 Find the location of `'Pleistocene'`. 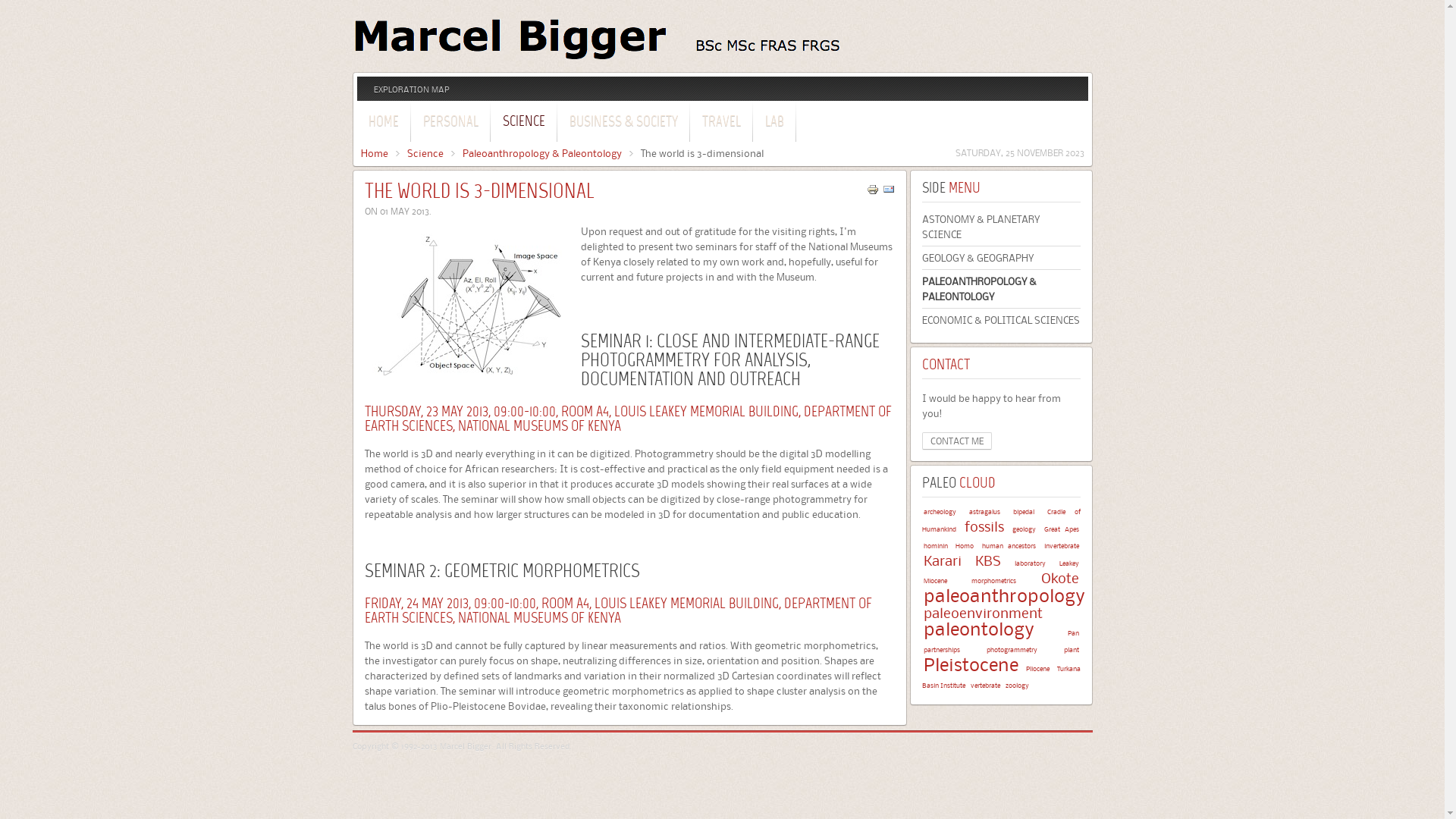

'Pleistocene' is located at coordinates (971, 664).